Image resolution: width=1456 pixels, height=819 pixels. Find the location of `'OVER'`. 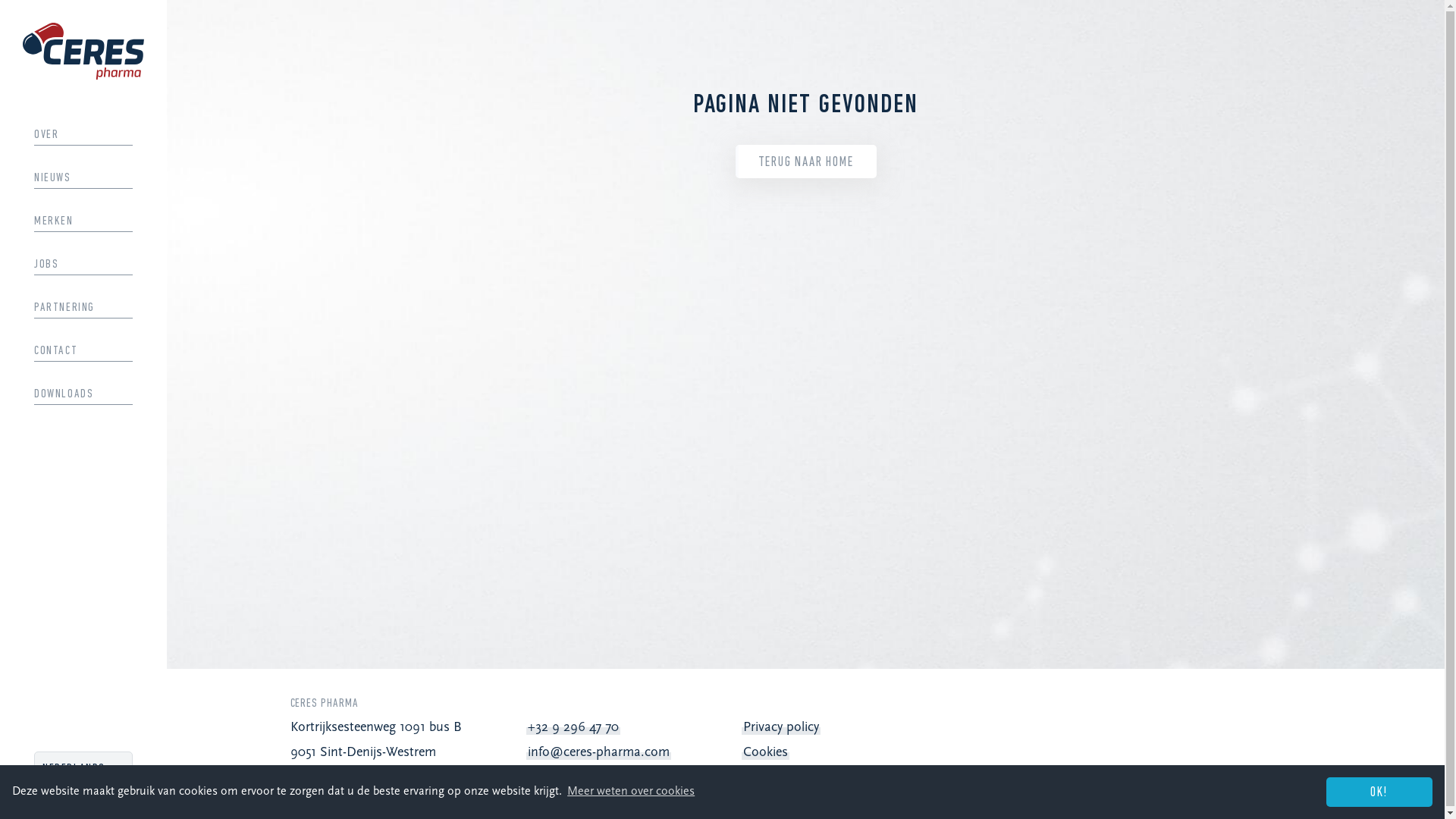

'OVER' is located at coordinates (83, 133).